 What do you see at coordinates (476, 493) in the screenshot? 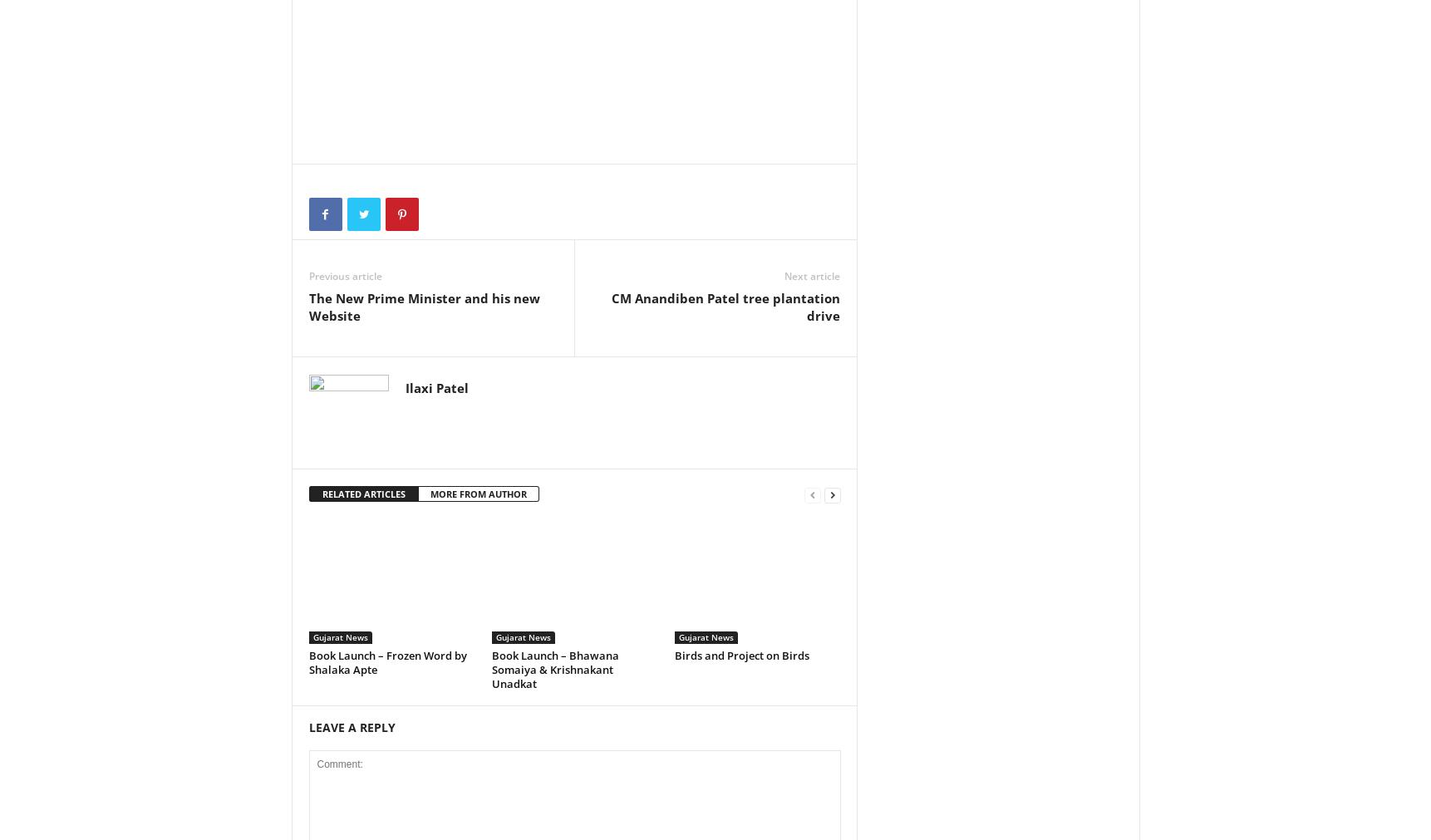
I see `'MORE FROM AUTHOR'` at bounding box center [476, 493].